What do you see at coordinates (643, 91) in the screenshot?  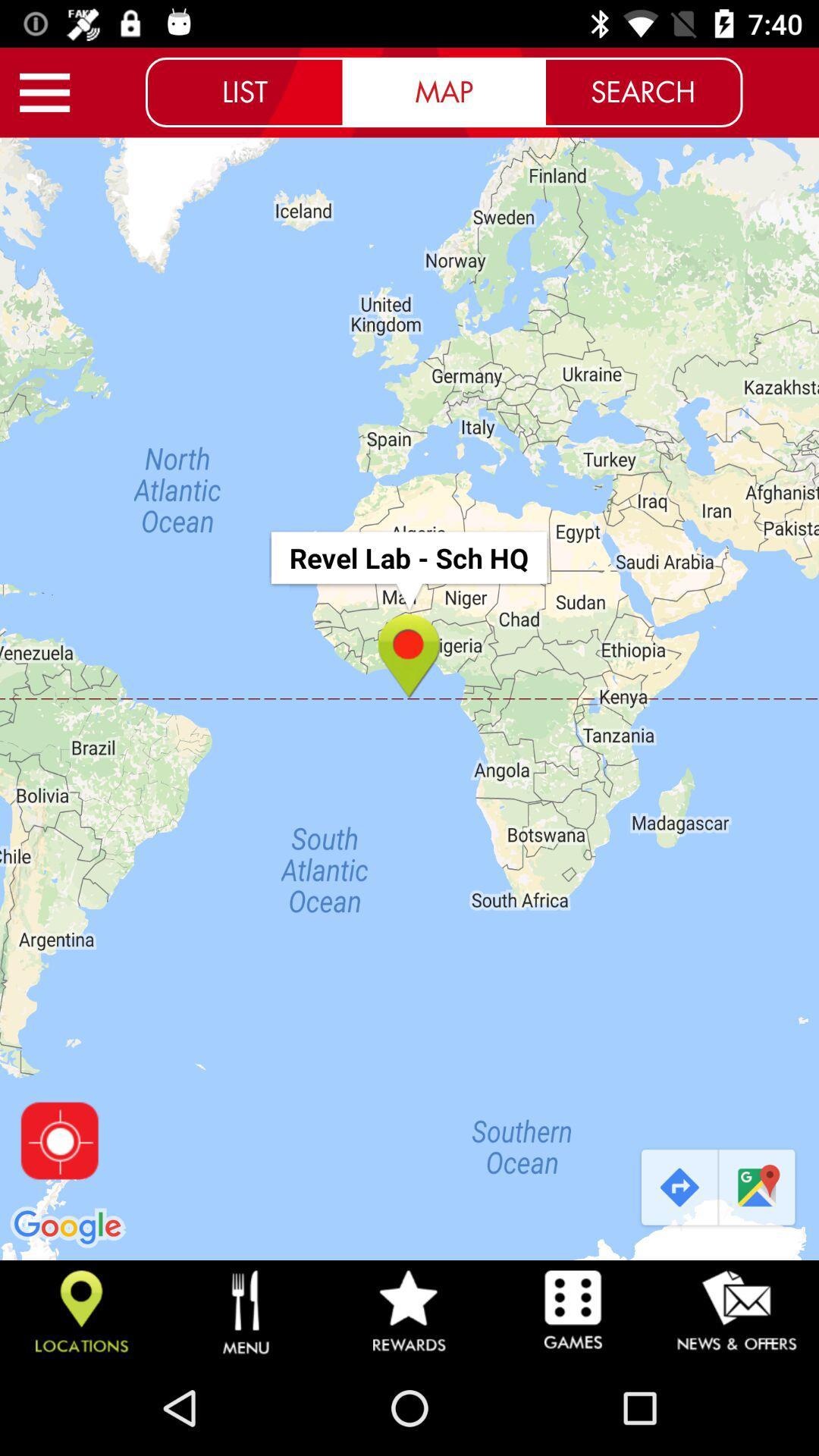 I see `the item at the top right corner` at bounding box center [643, 91].